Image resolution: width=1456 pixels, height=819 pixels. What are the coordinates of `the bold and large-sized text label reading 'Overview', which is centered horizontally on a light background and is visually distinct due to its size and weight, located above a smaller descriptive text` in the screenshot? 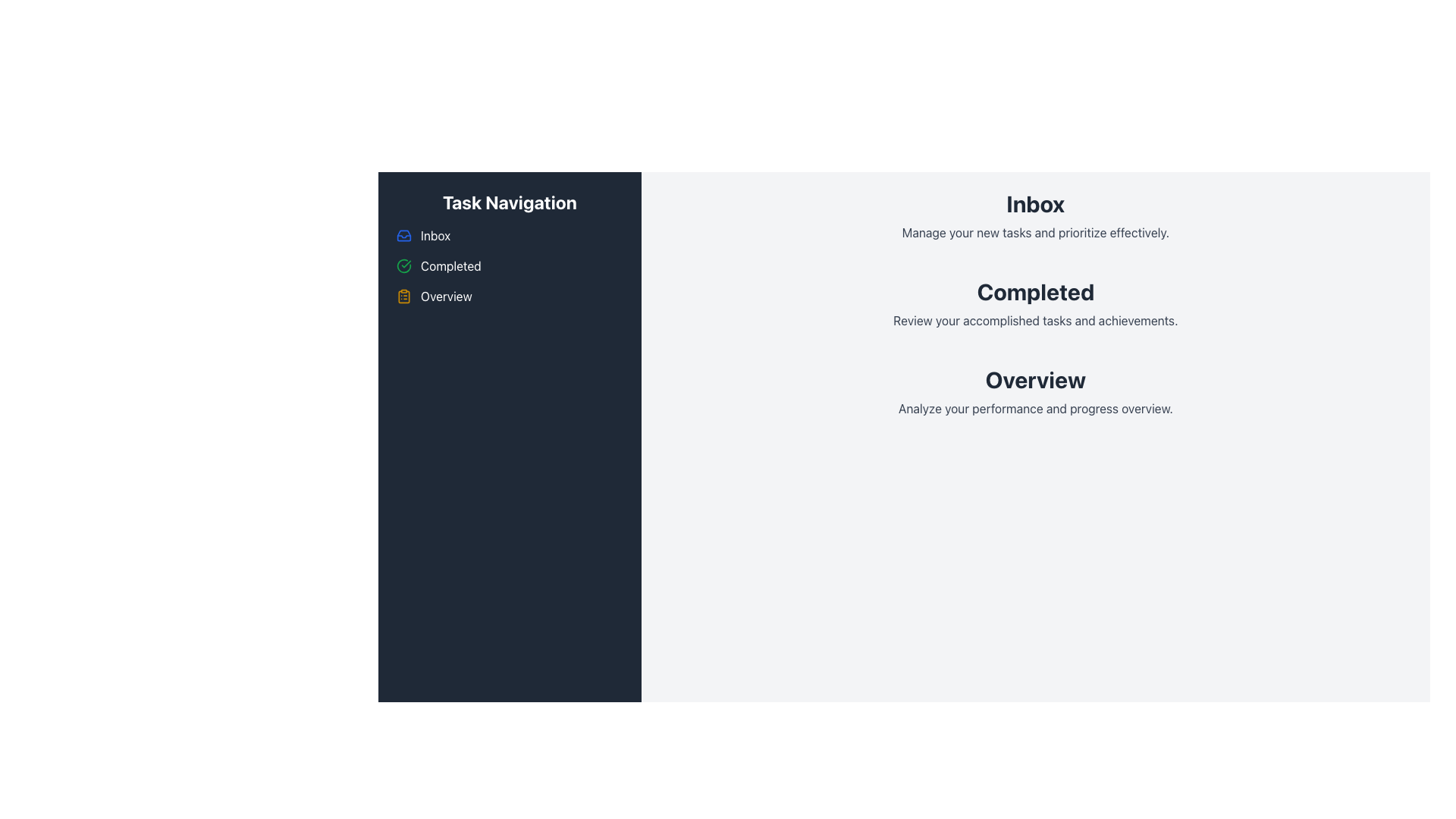 It's located at (1034, 379).